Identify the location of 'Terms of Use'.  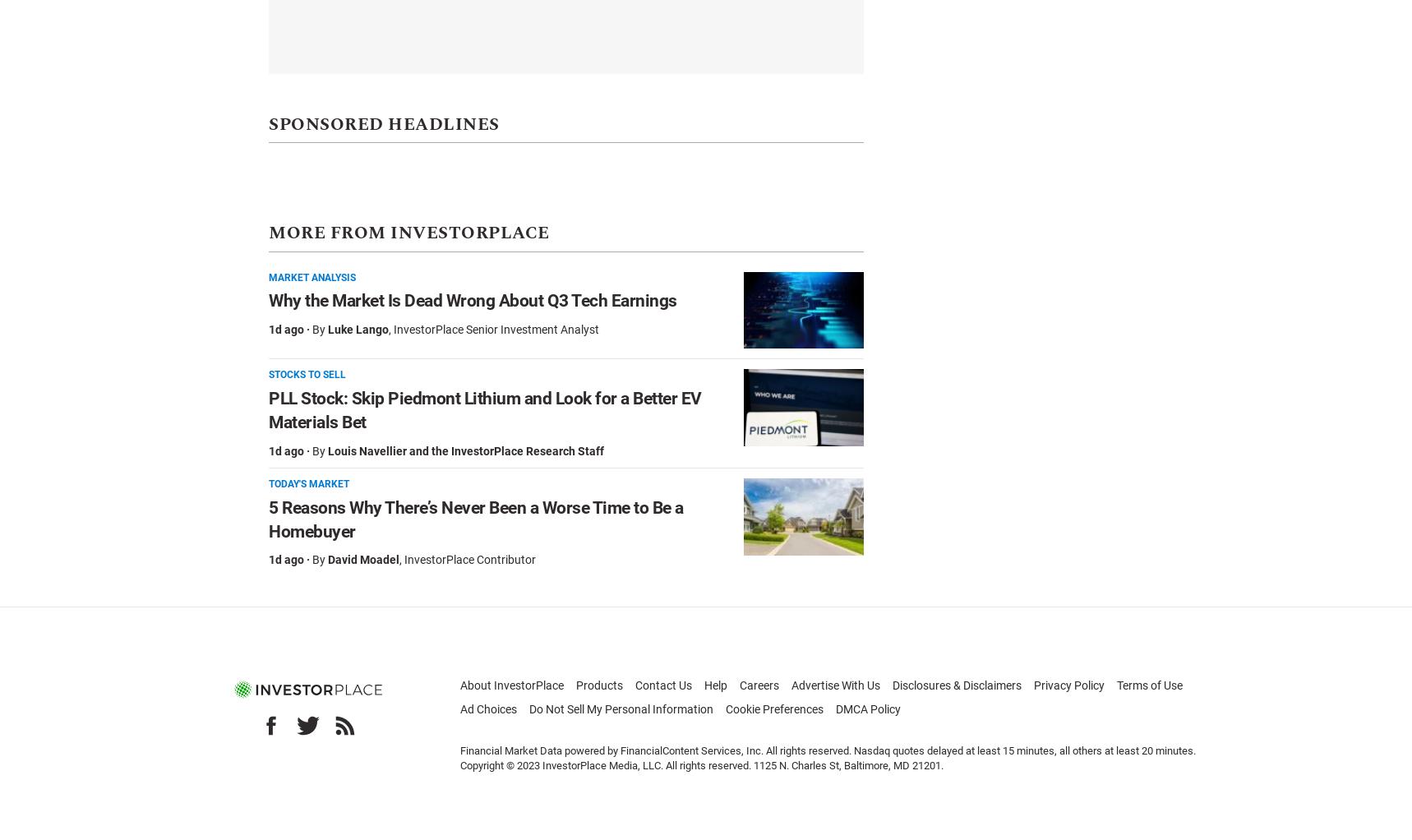
(1148, 684).